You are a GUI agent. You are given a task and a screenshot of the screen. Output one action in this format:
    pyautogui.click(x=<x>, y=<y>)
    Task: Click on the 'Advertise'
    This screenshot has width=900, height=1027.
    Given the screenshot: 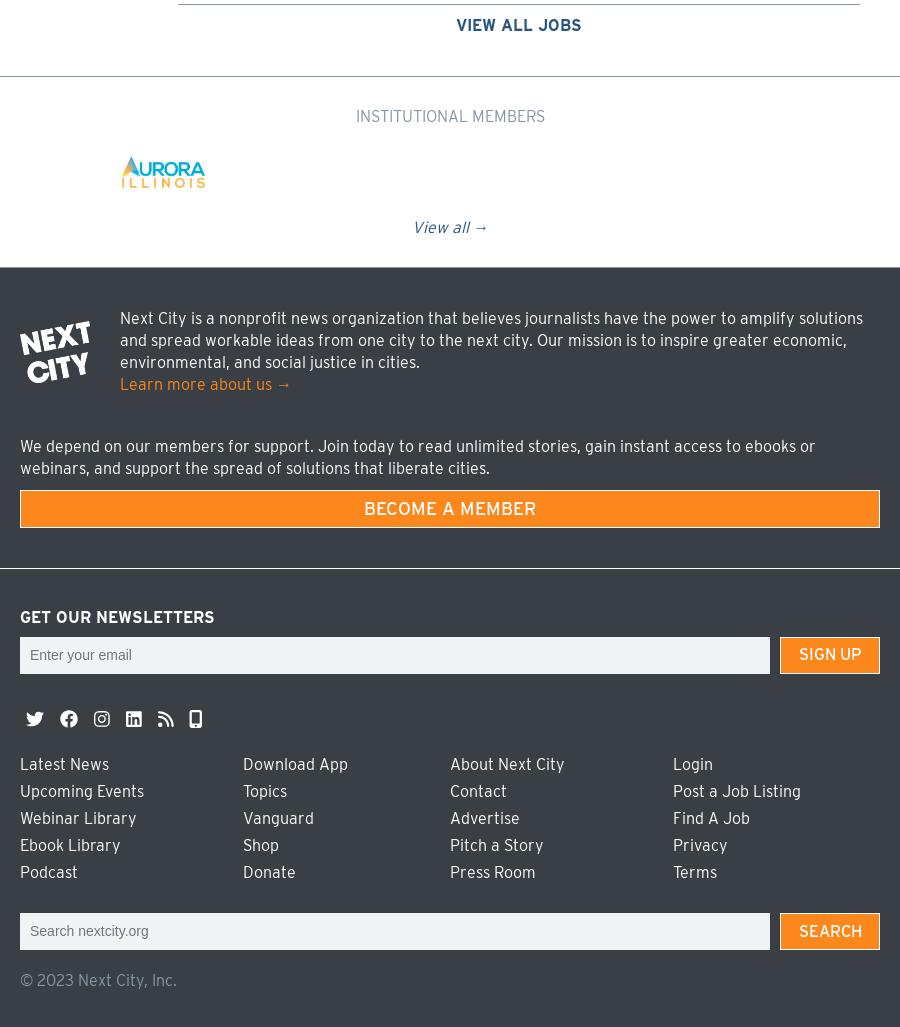 What is the action you would take?
    pyautogui.click(x=484, y=818)
    